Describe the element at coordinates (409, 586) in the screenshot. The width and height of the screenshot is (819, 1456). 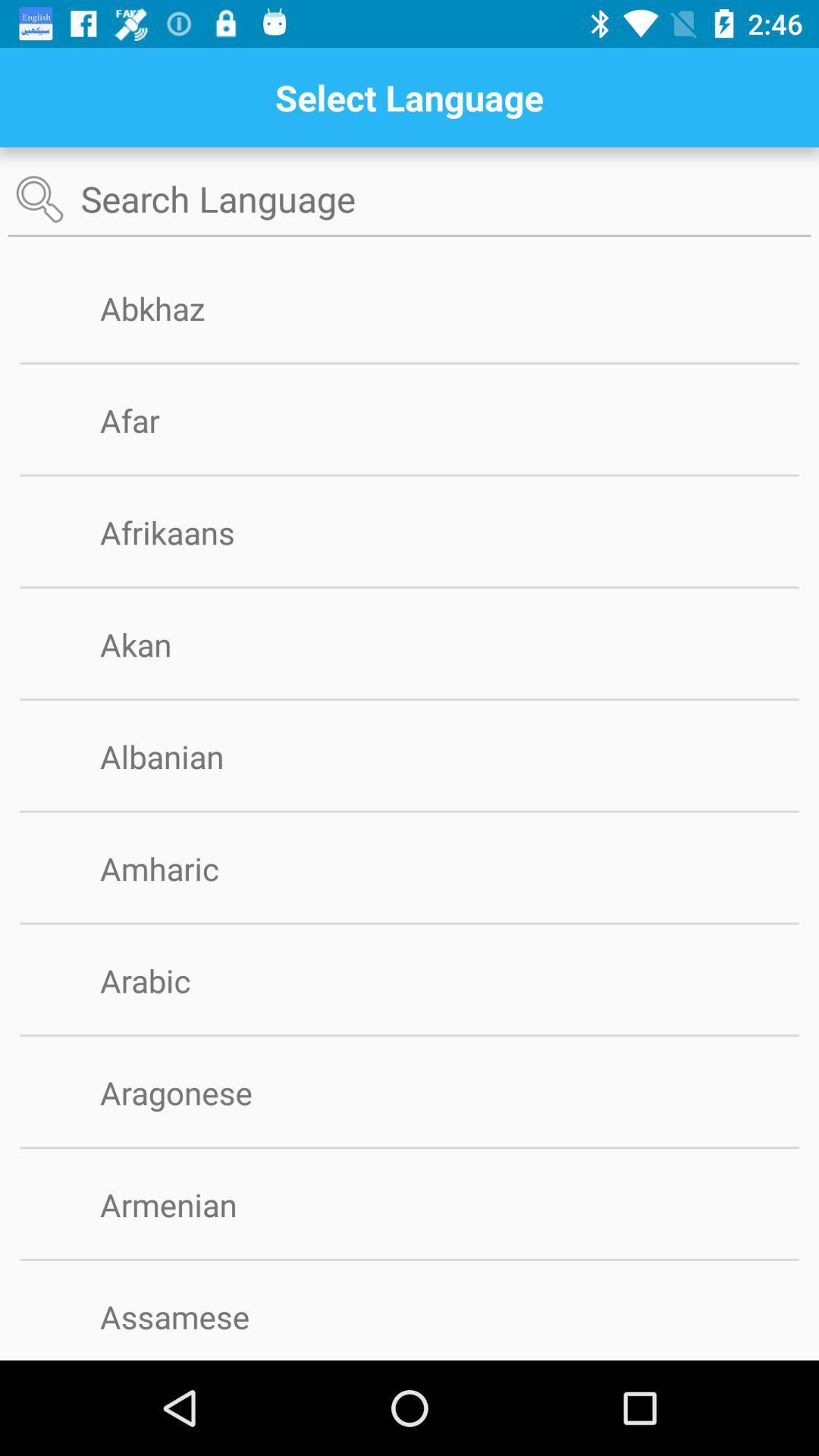
I see `the icon above the akan` at that location.